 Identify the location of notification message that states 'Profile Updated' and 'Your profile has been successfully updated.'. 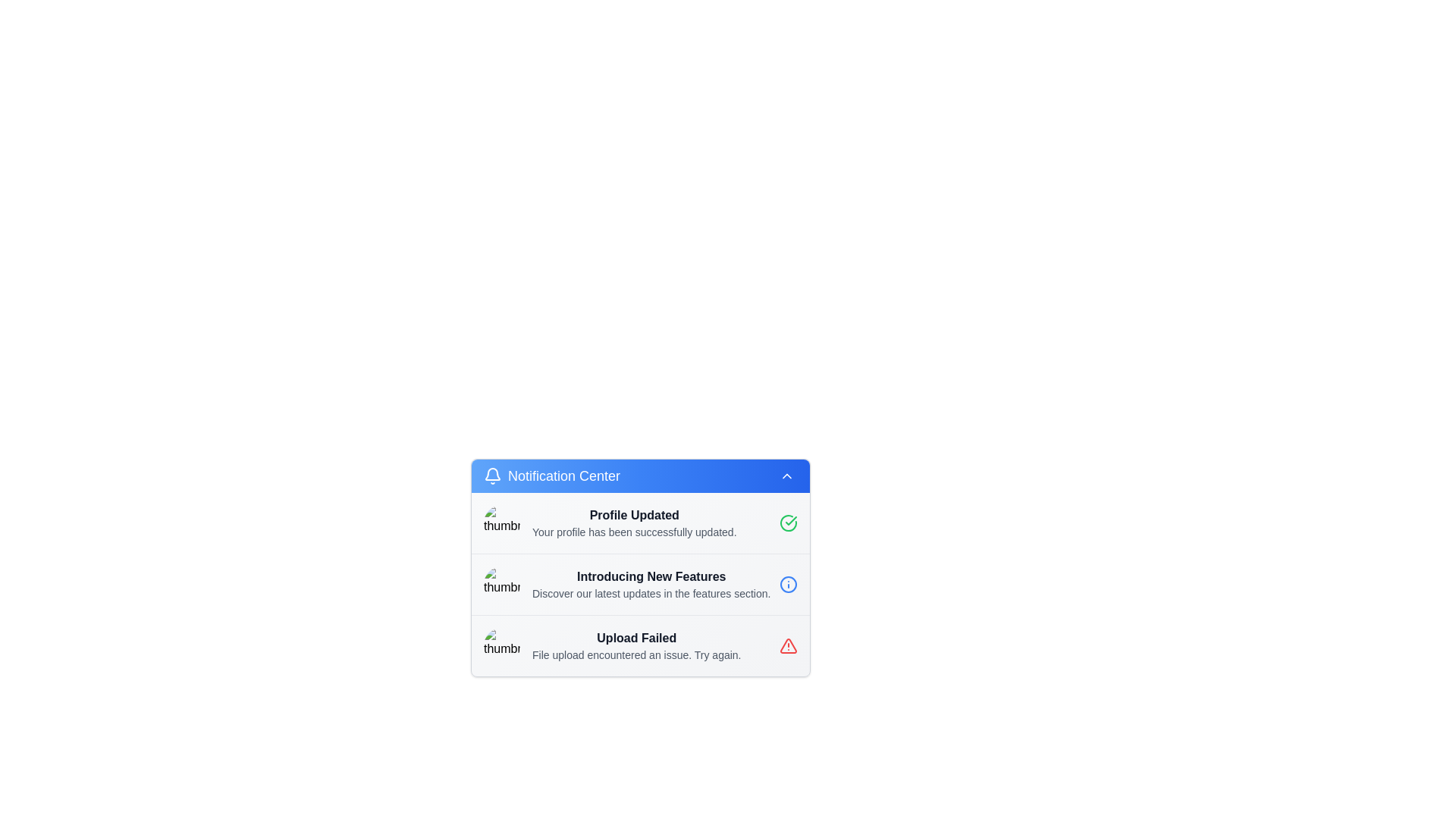
(634, 522).